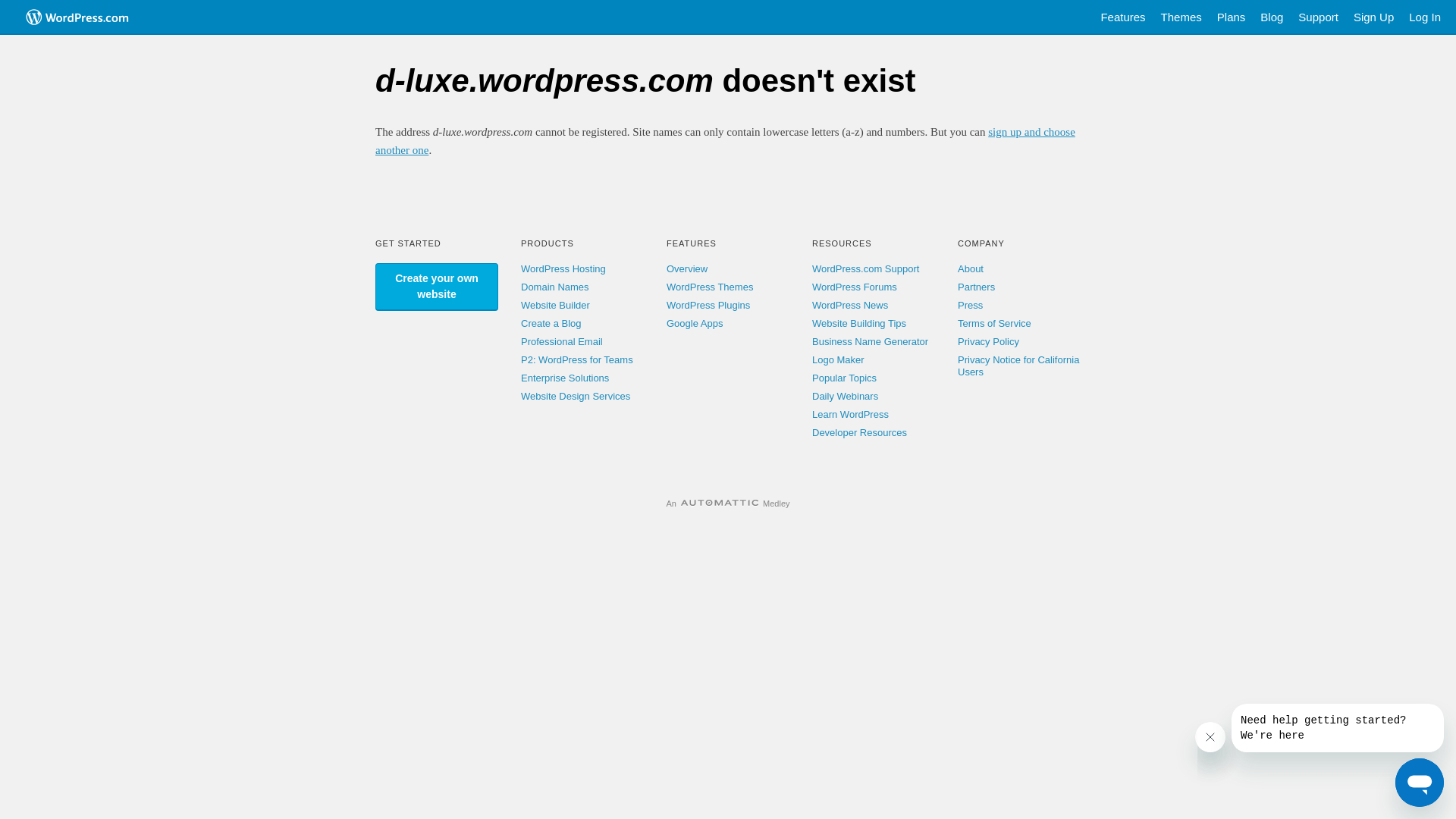  What do you see at coordinates (576, 359) in the screenshot?
I see `'P2: WordPress for Teams'` at bounding box center [576, 359].